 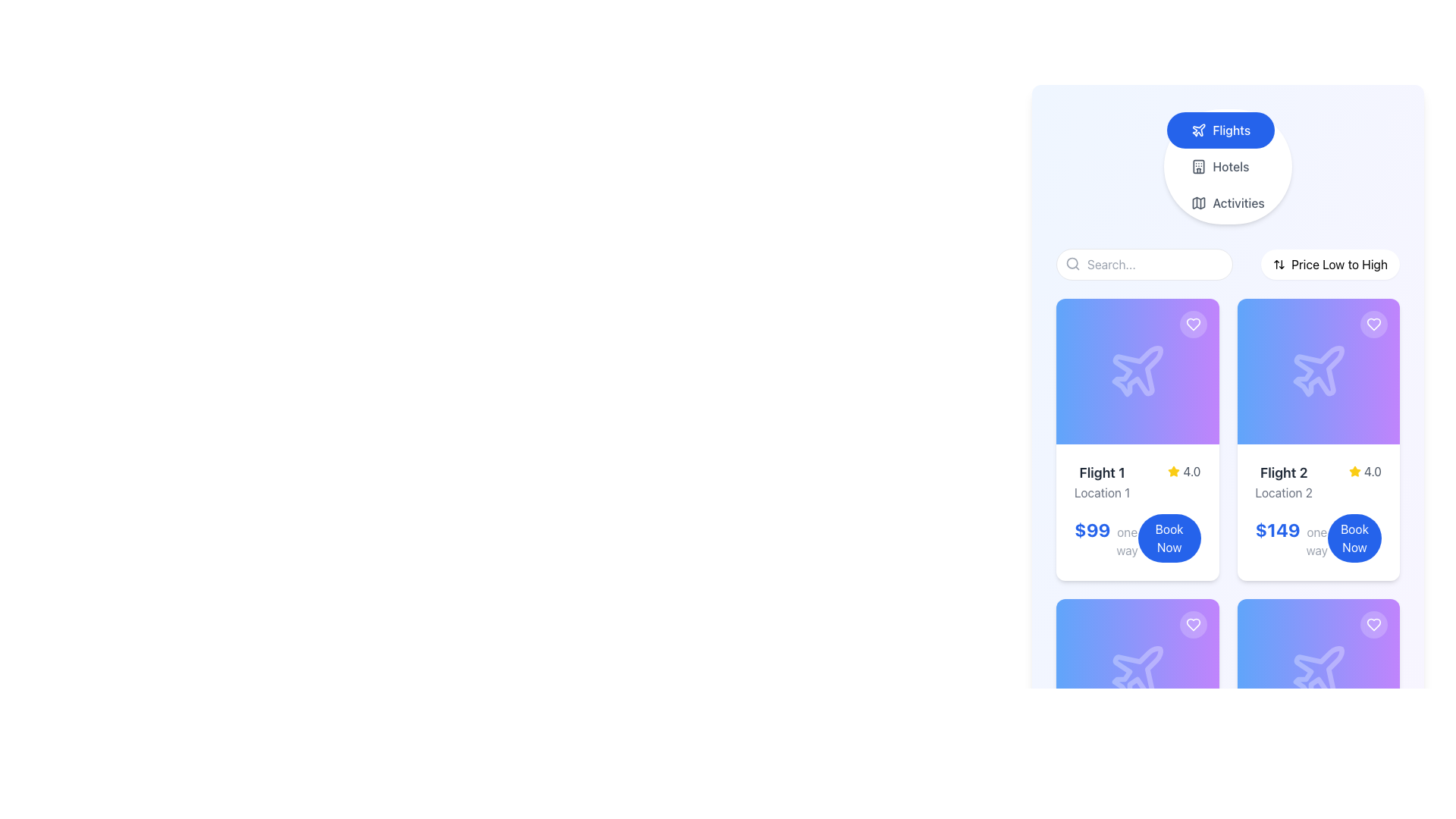 What do you see at coordinates (1102, 472) in the screenshot?
I see `the text label displaying 'Flight 1' which is prominently styled in bold, large dark gray font, located in the top-left card of the flight options grid` at bounding box center [1102, 472].